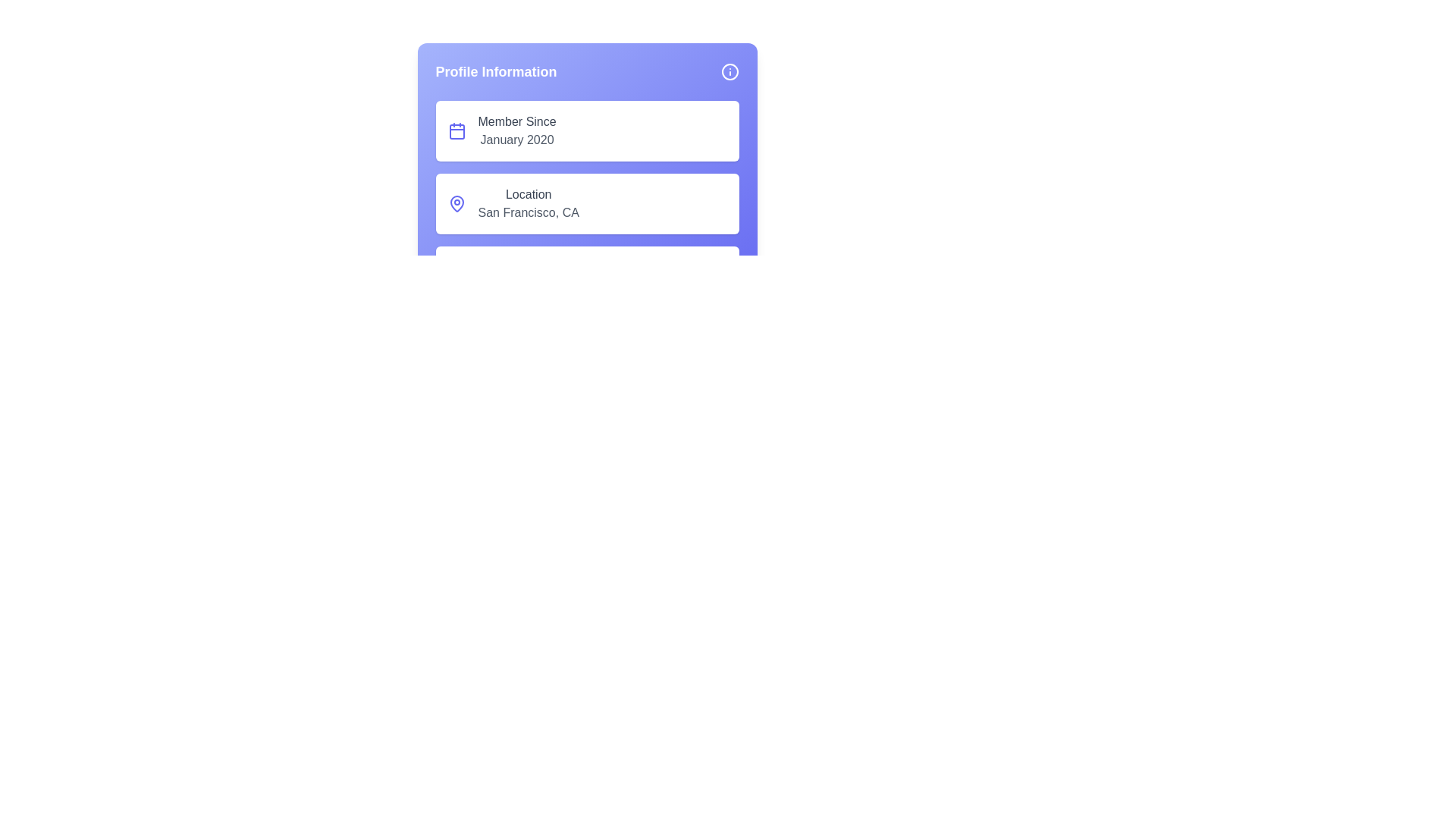 Image resolution: width=1456 pixels, height=819 pixels. Describe the element at coordinates (456, 203) in the screenshot. I see `the graphical icon representing a location or map pin in the user profile interface, which is located to the left of the 'Location' text` at that location.